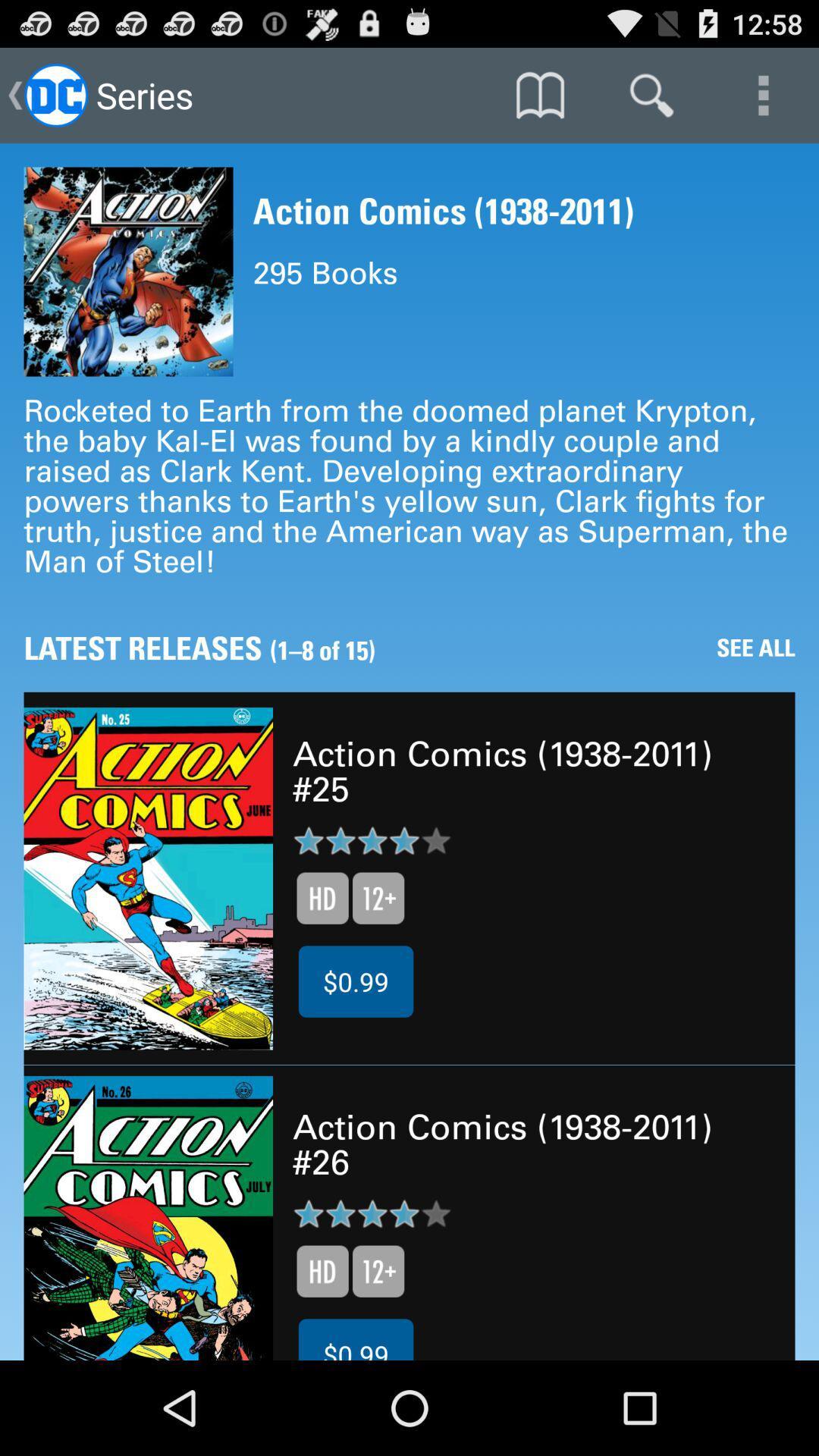 This screenshot has width=819, height=1456. Describe the element at coordinates (539, 94) in the screenshot. I see `app next to series app` at that location.